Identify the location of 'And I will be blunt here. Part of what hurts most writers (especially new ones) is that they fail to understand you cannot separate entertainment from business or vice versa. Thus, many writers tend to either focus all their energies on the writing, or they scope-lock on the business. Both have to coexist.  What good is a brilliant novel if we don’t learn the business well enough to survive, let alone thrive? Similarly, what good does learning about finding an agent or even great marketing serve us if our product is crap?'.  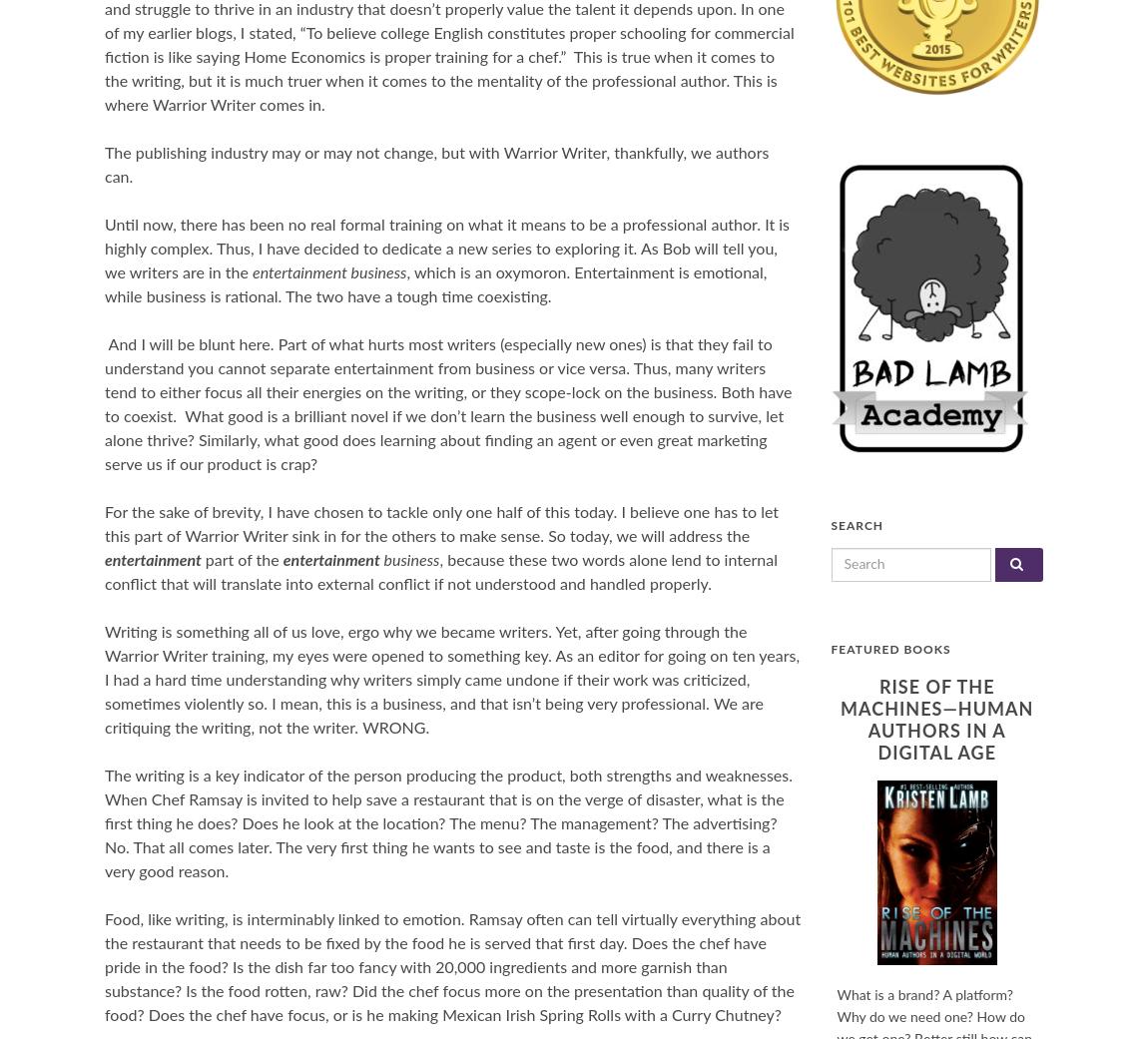
(447, 404).